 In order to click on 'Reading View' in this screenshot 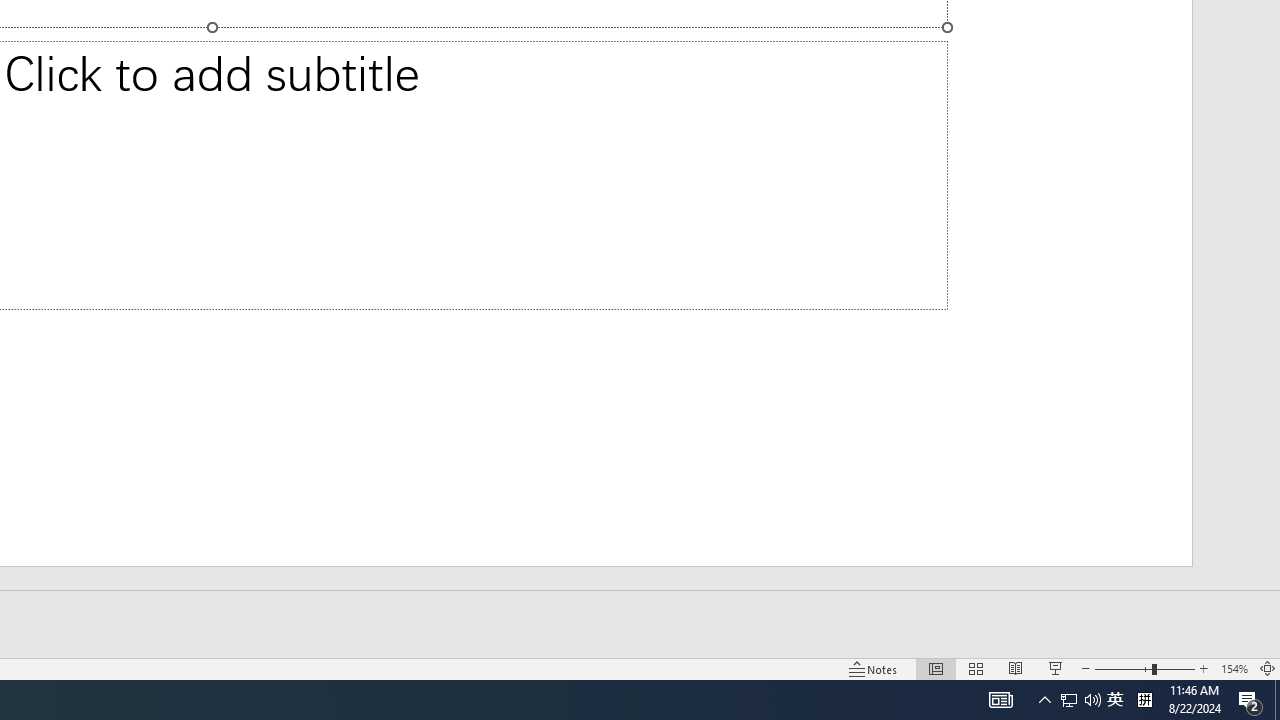, I will do `click(1015, 669)`.